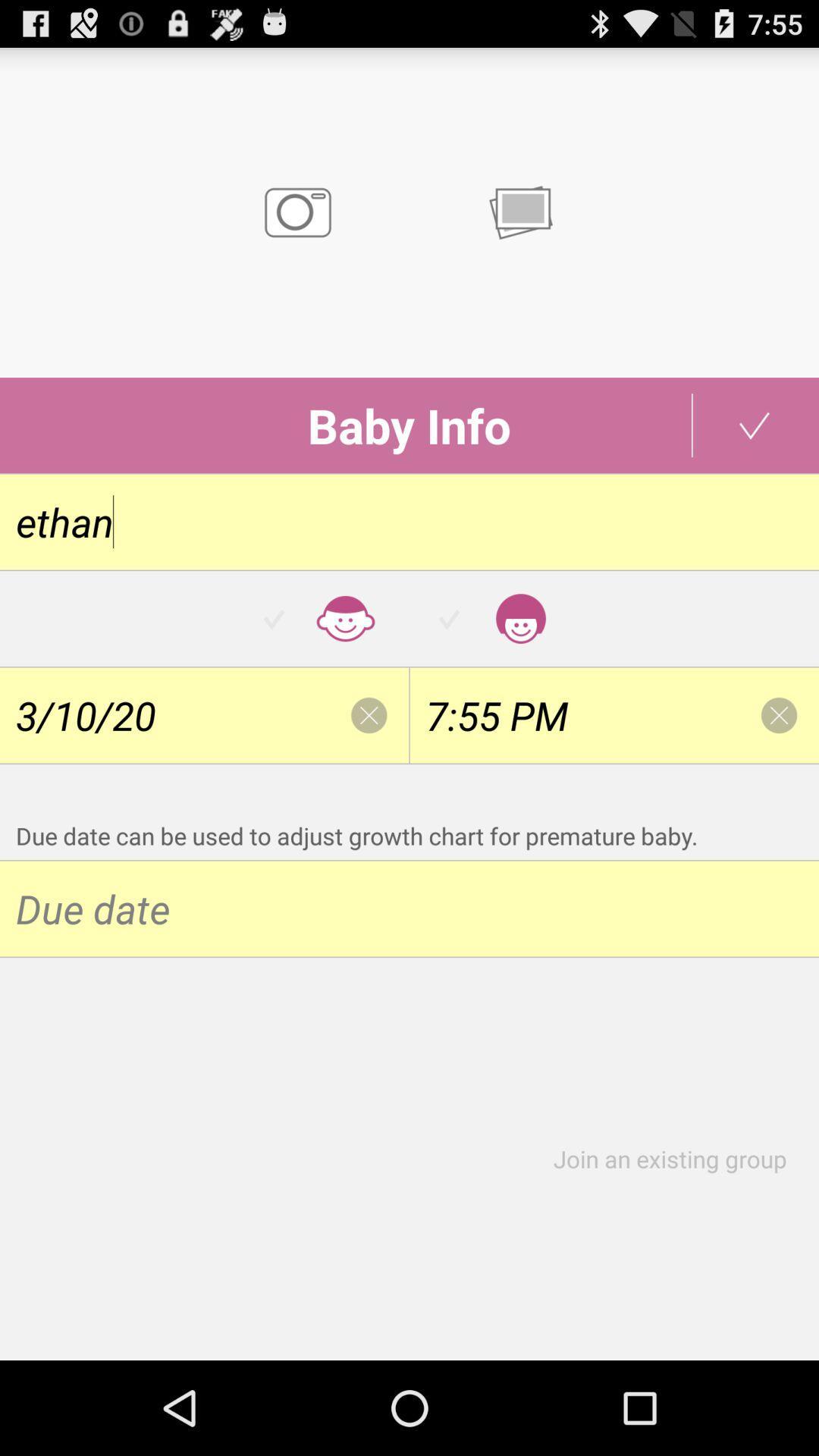 The image size is (819, 1456). Describe the element at coordinates (369, 765) in the screenshot. I see `the close icon` at that location.